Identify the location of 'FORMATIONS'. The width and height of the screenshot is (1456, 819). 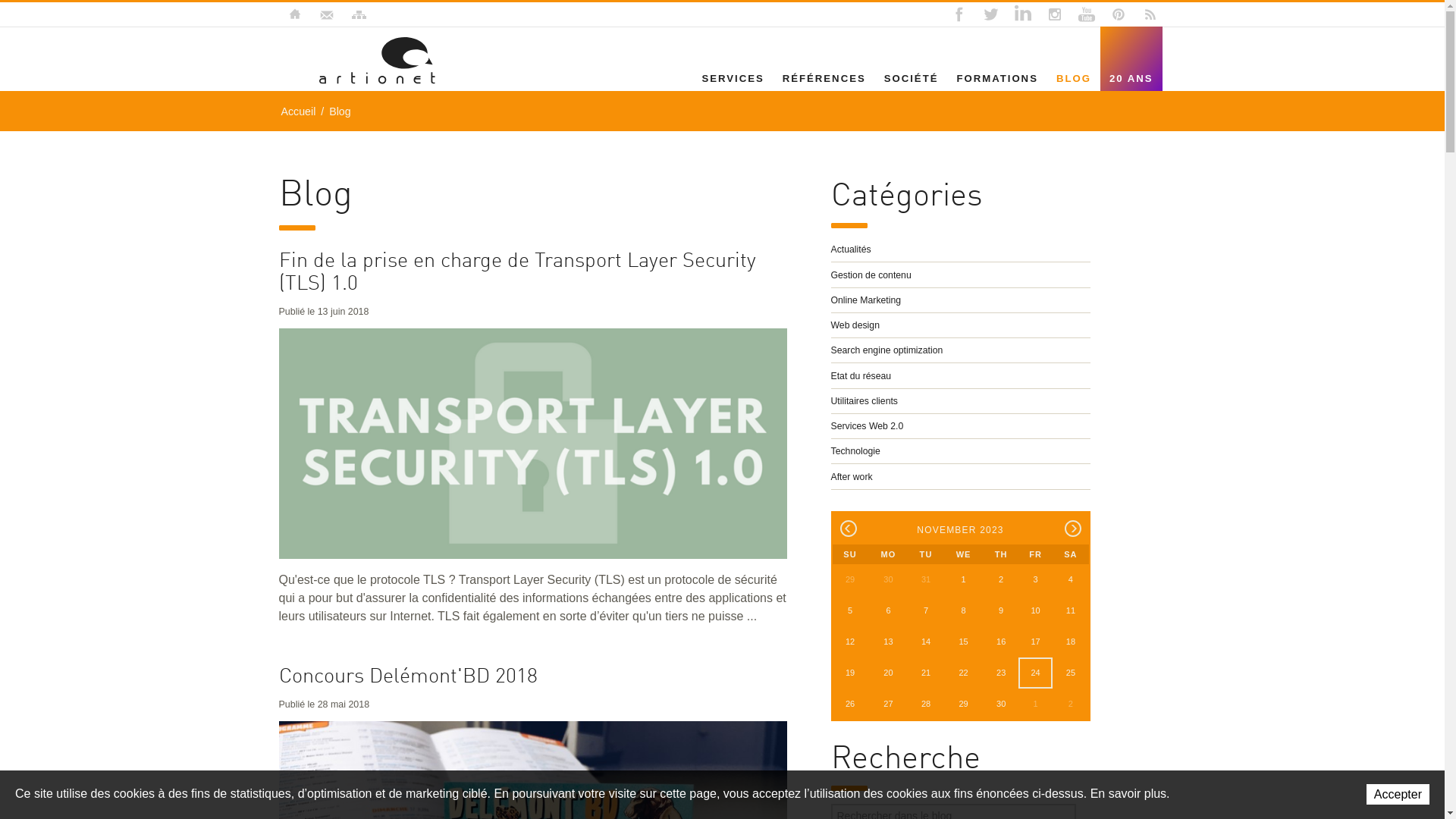
(946, 78).